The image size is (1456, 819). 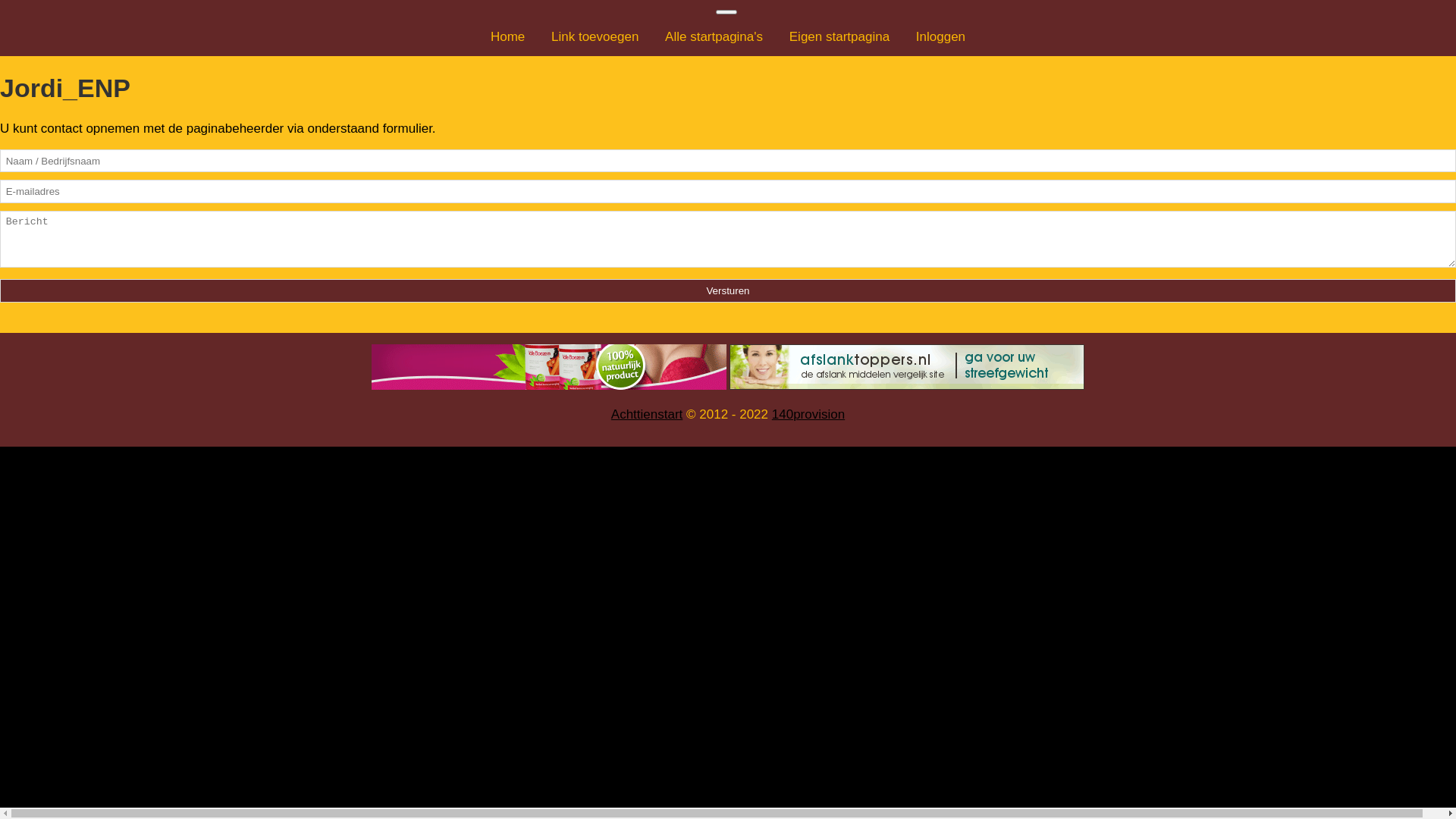 I want to click on 'Eigen startpagina', so click(x=778, y=36).